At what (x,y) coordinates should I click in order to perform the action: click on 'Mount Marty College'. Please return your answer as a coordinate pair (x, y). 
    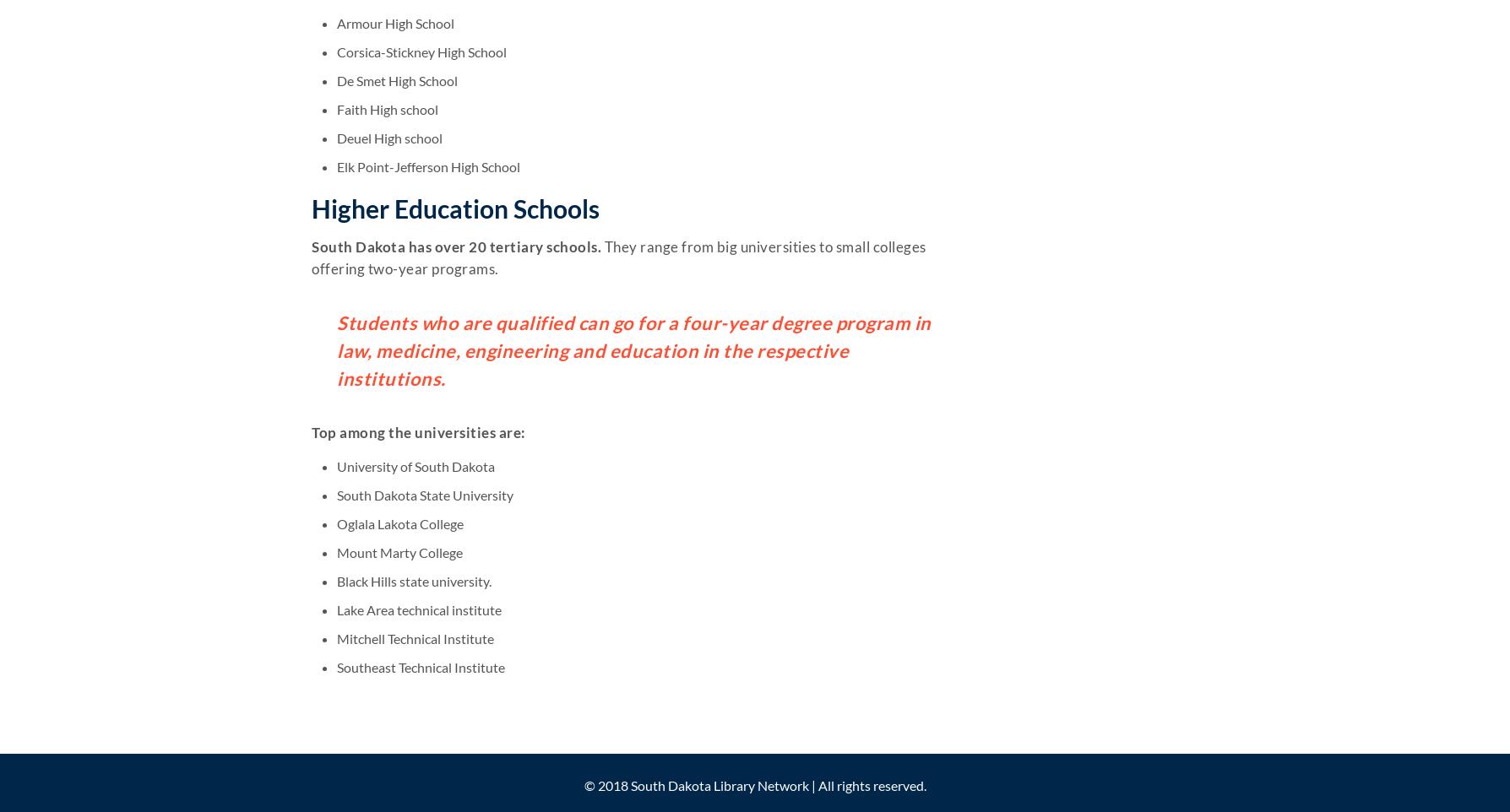
    Looking at the image, I should click on (399, 551).